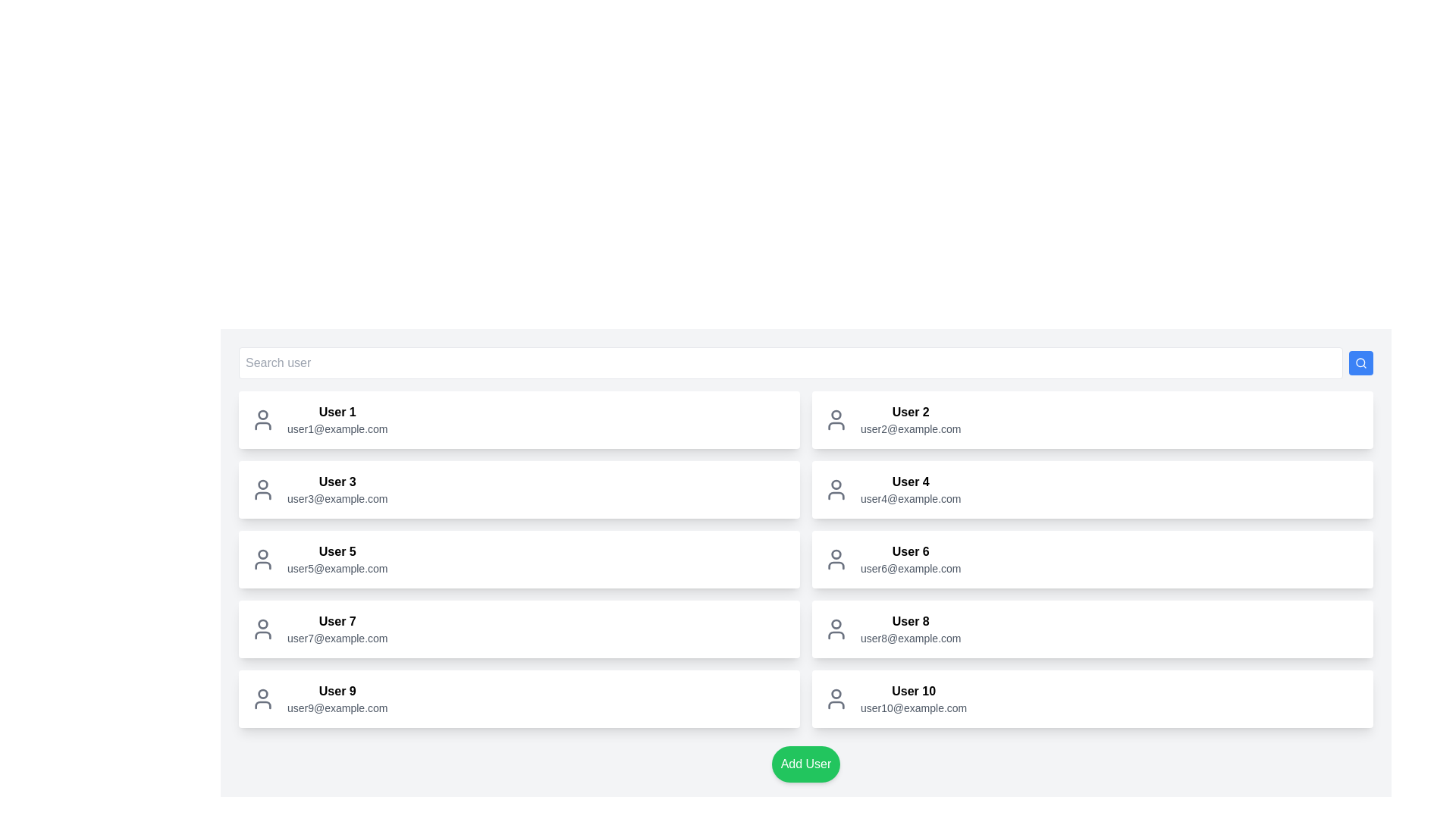 The height and width of the screenshot is (819, 1456). Describe the element at coordinates (1092, 698) in the screenshot. I see `the user's profile card located in the second column, fifth row of the grid, below the 'User 8' card` at that location.